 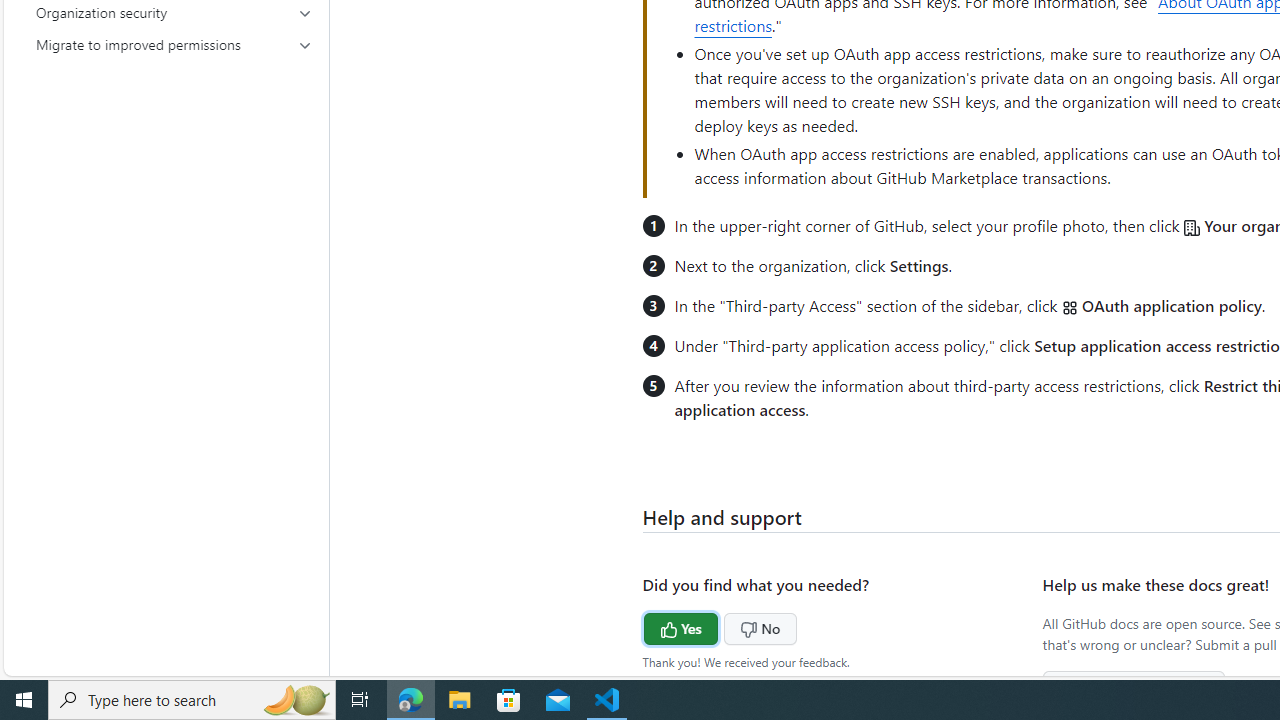 I want to click on 'Make a contribution', so click(x=1134, y=685).